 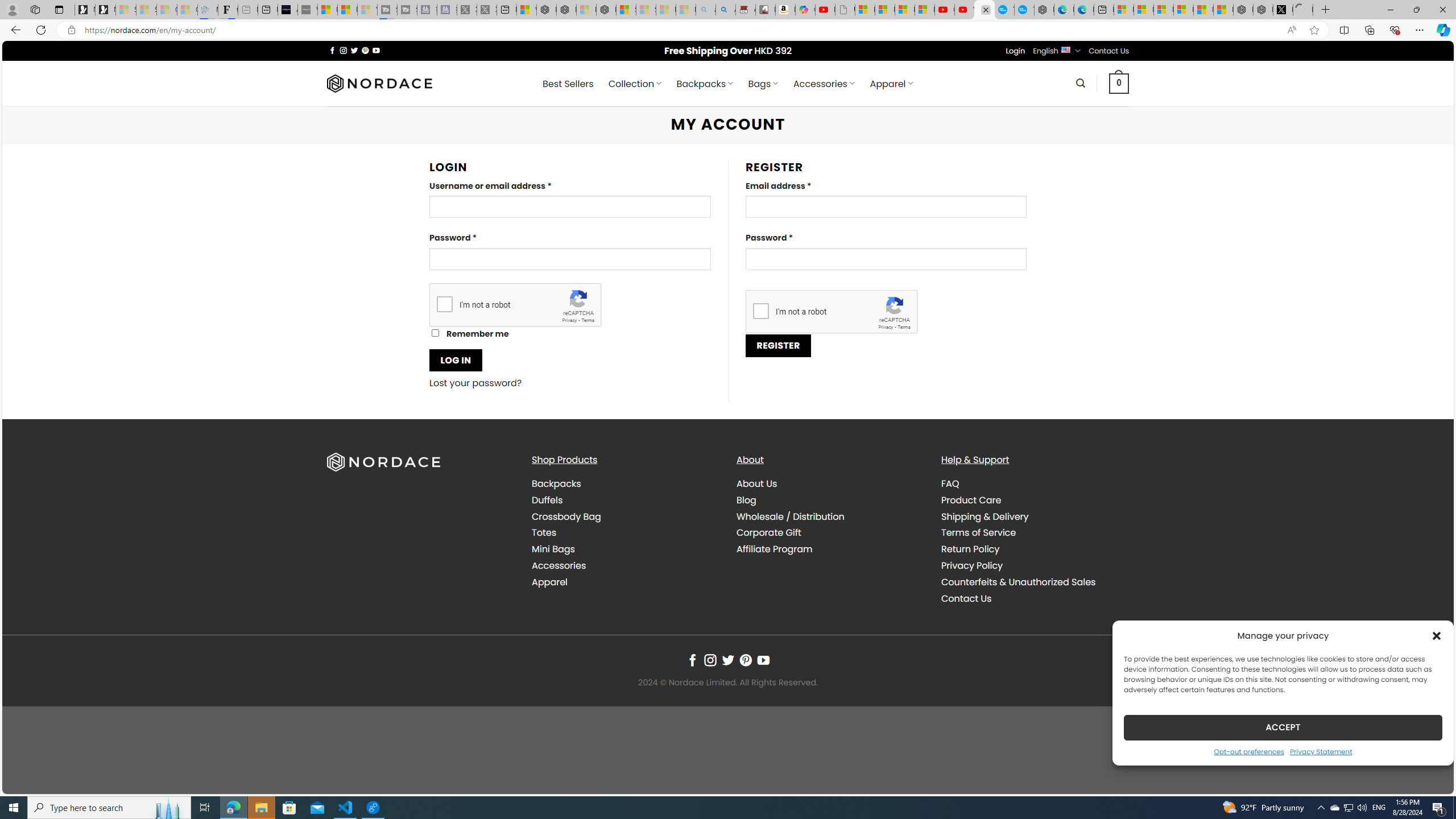 I want to click on 'Crossbody Bag', so click(x=565, y=516).